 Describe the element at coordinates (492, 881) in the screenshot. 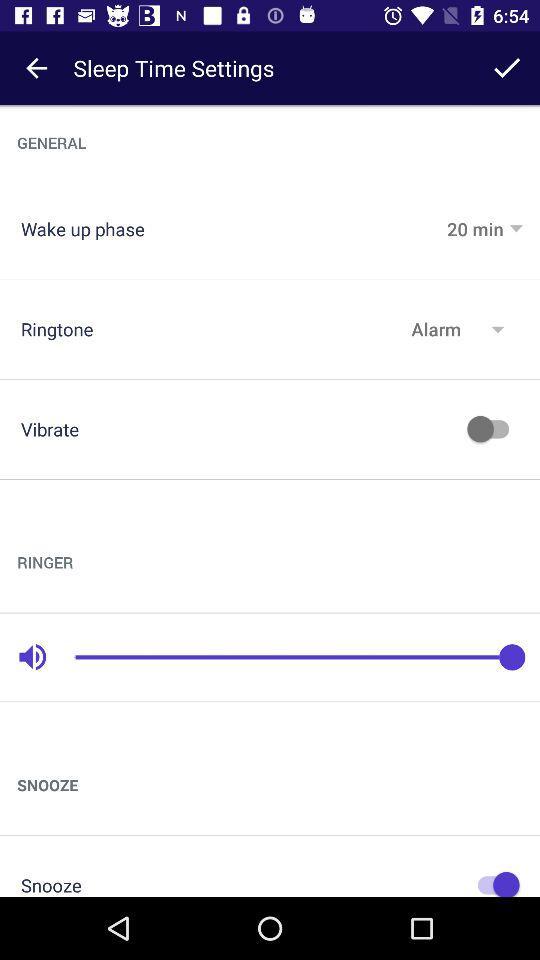

I see `snooze on/off button` at that location.